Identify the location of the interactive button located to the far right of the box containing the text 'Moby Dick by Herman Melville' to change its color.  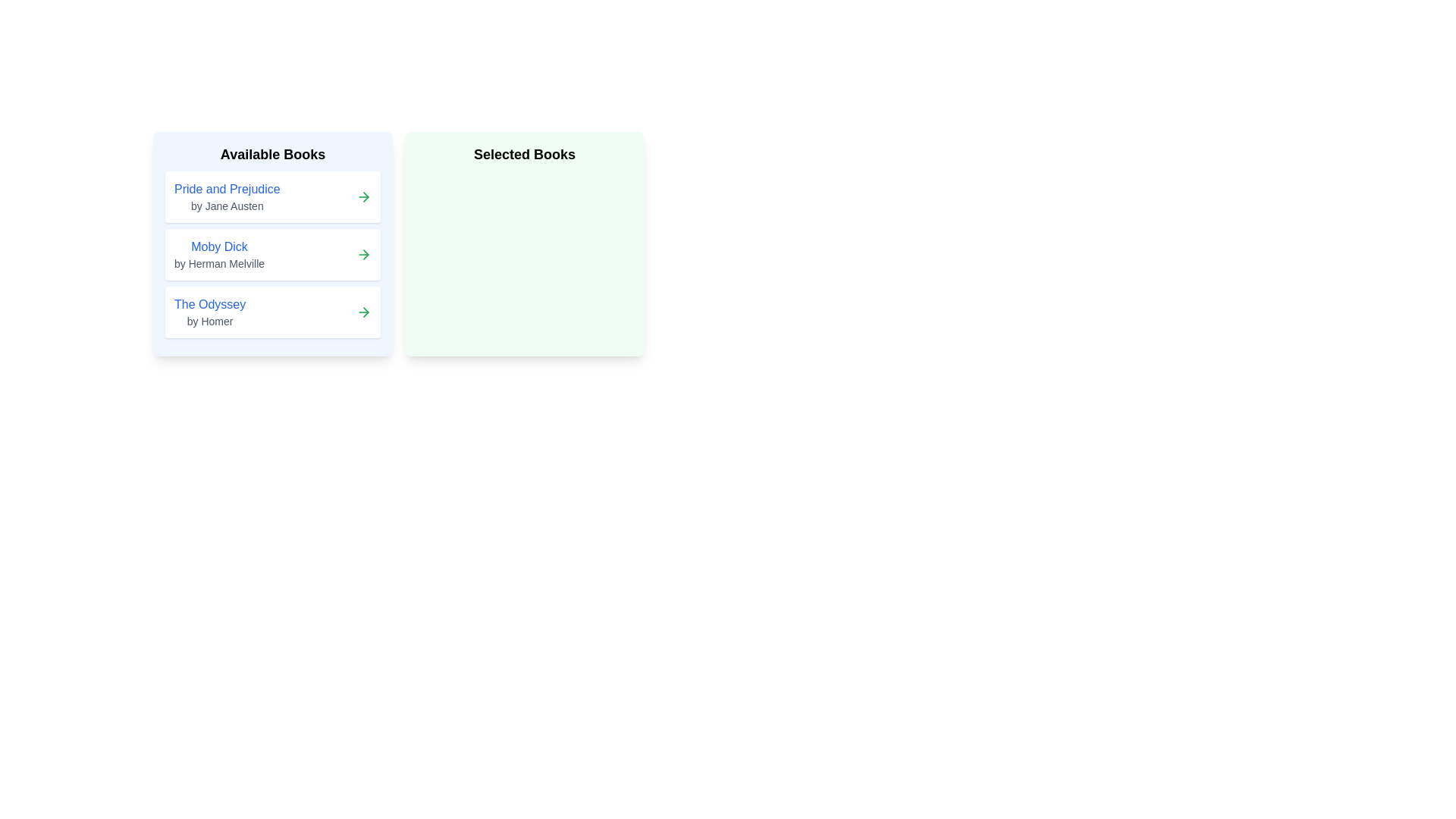
(364, 253).